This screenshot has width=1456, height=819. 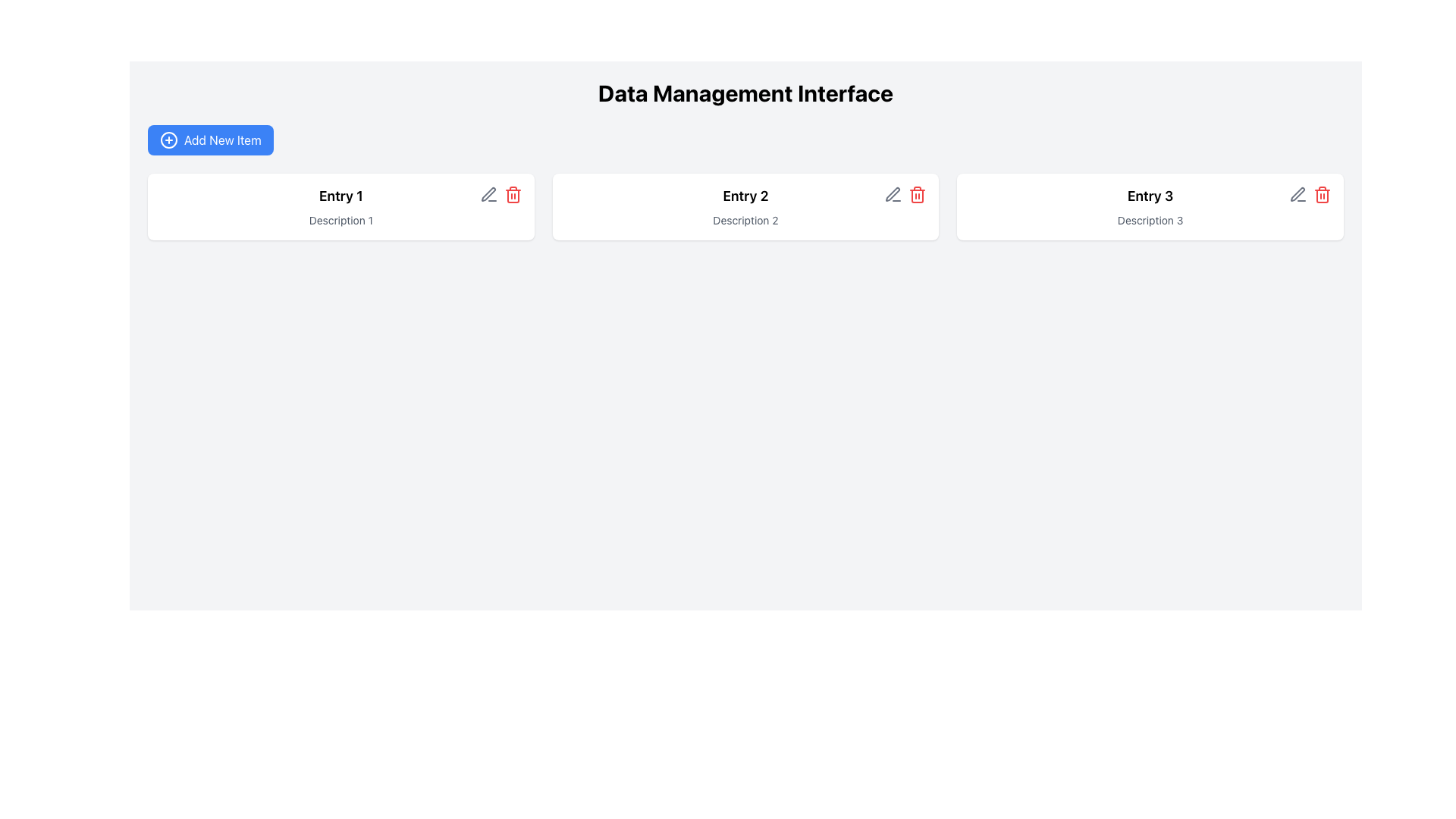 I want to click on the Icon Button located at the top-right corner of the 'Entry 2' card, so click(x=916, y=194).